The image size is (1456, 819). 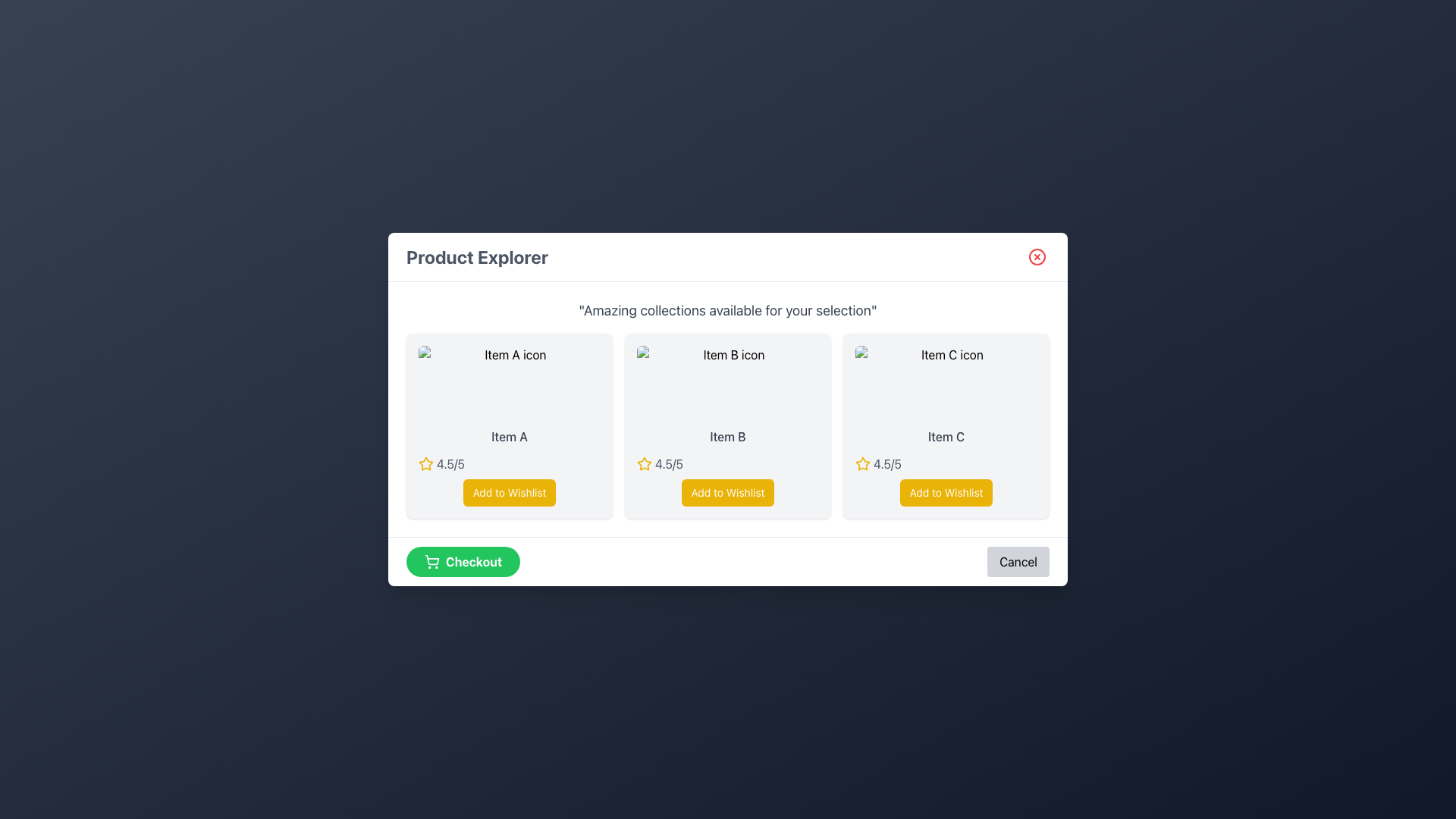 I want to click on the button, so click(x=510, y=493).